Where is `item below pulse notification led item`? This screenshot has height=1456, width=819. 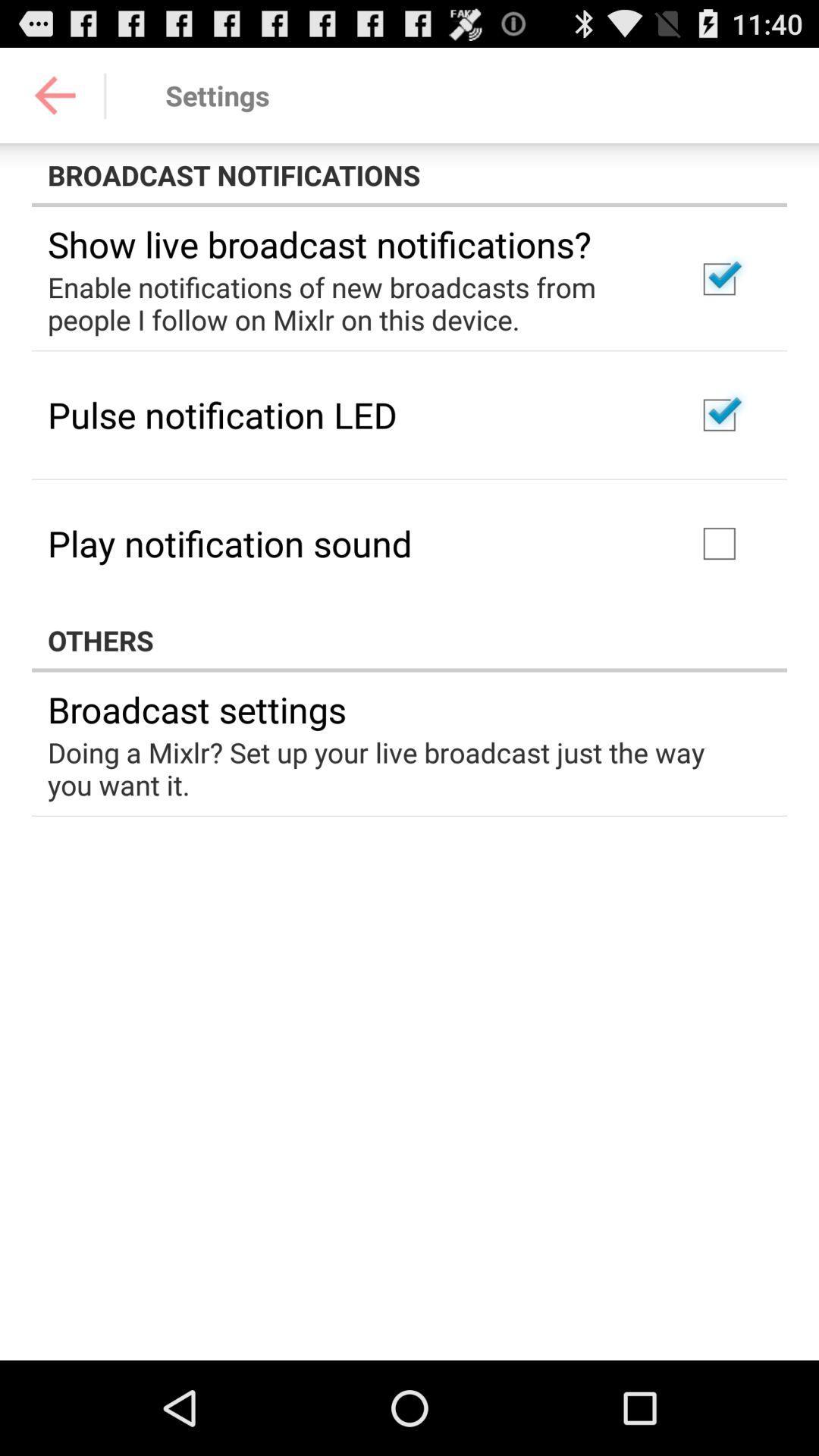
item below pulse notification led item is located at coordinates (230, 543).